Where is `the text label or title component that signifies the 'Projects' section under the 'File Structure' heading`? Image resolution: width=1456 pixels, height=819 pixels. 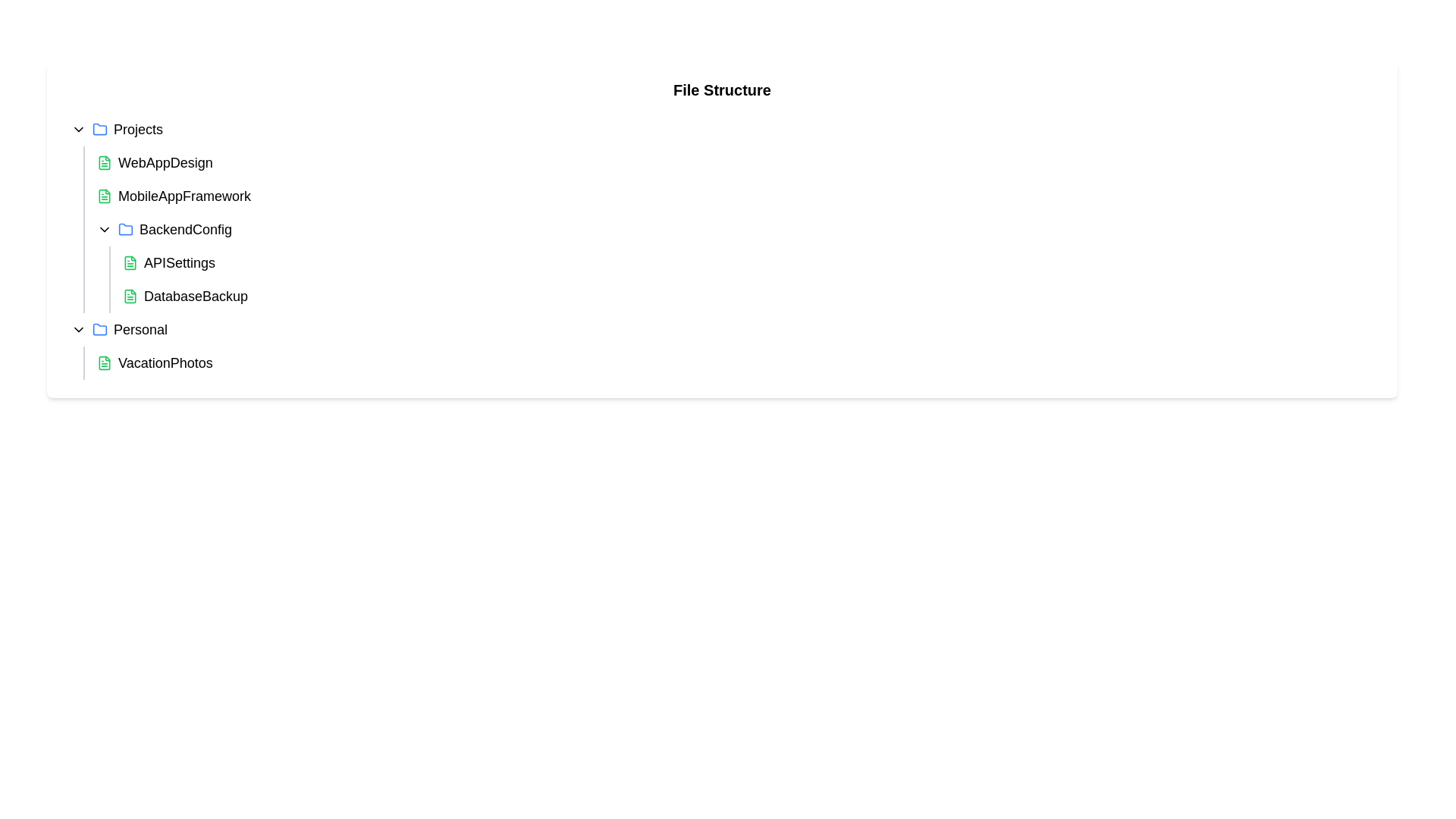 the text label or title component that signifies the 'Projects' section under the 'File Structure' heading is located at coordinates (138, 128).